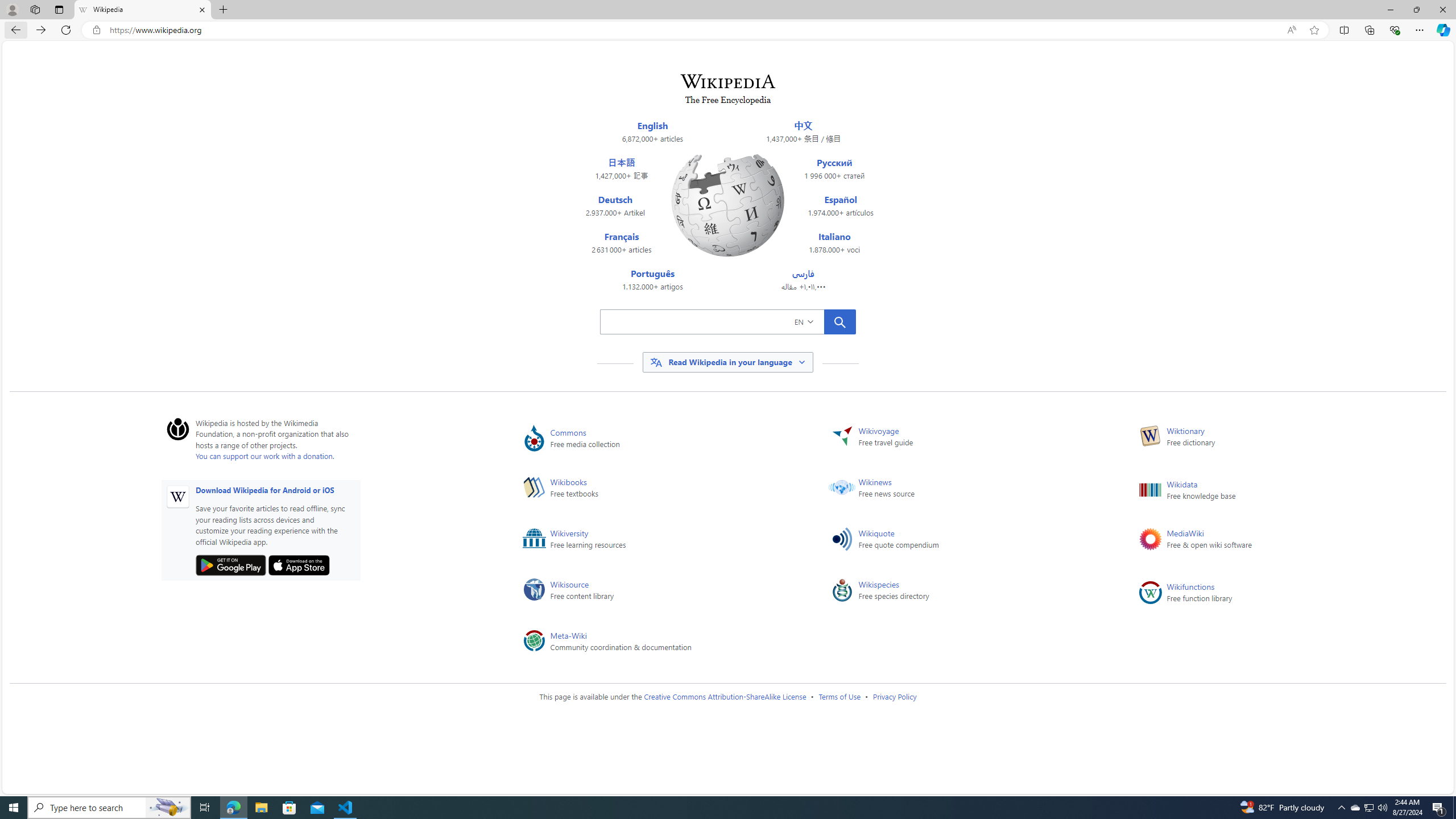 This screenshot has height=819, width=1456. Describe the element at coordinates (895, 696) in the screenshot. I see `'Privacy Policy'` at that location.